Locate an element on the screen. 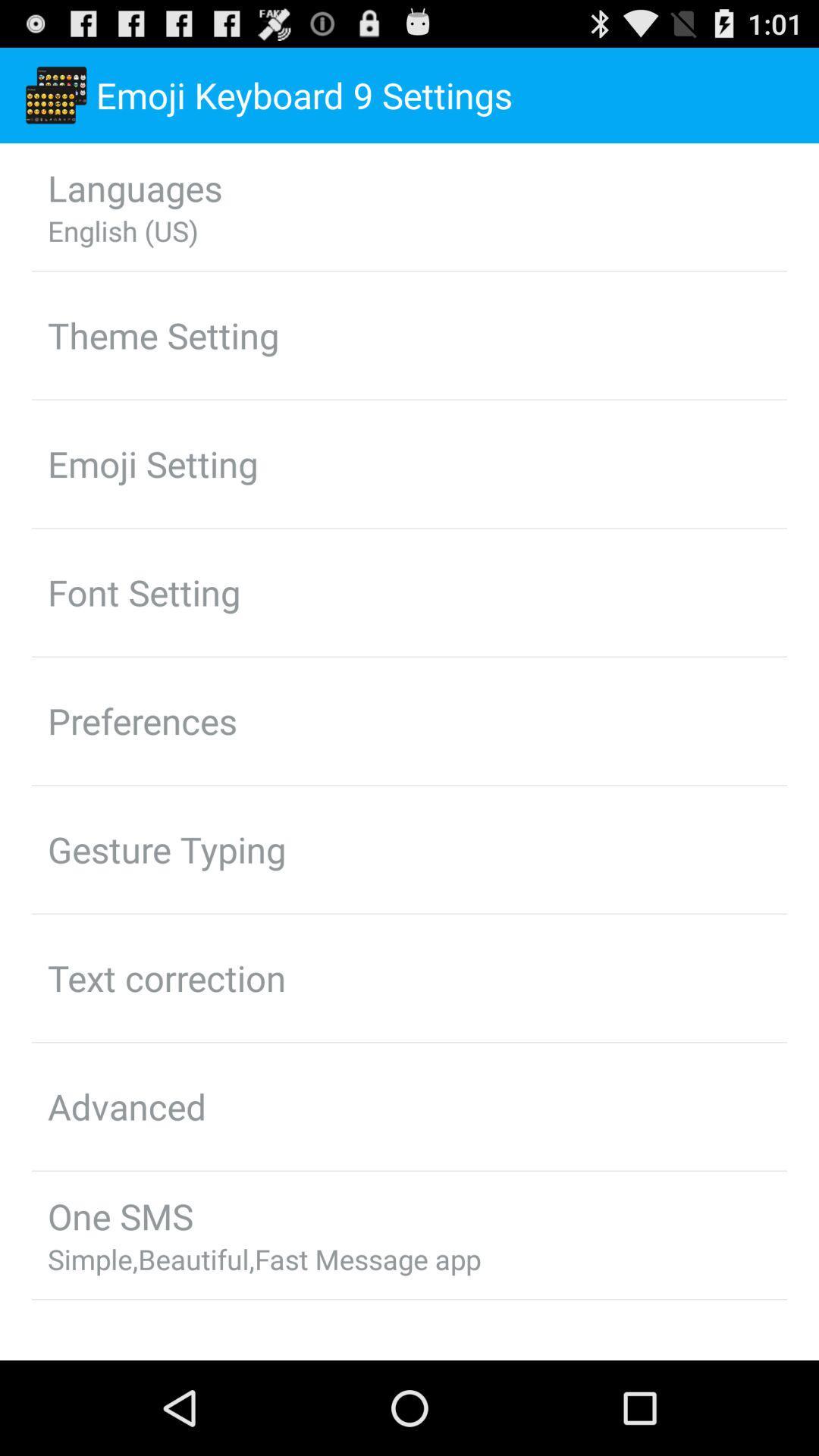 This screenshot has width=819, height=1456. the app above english (us) icon is located at coordinates (134, 187).